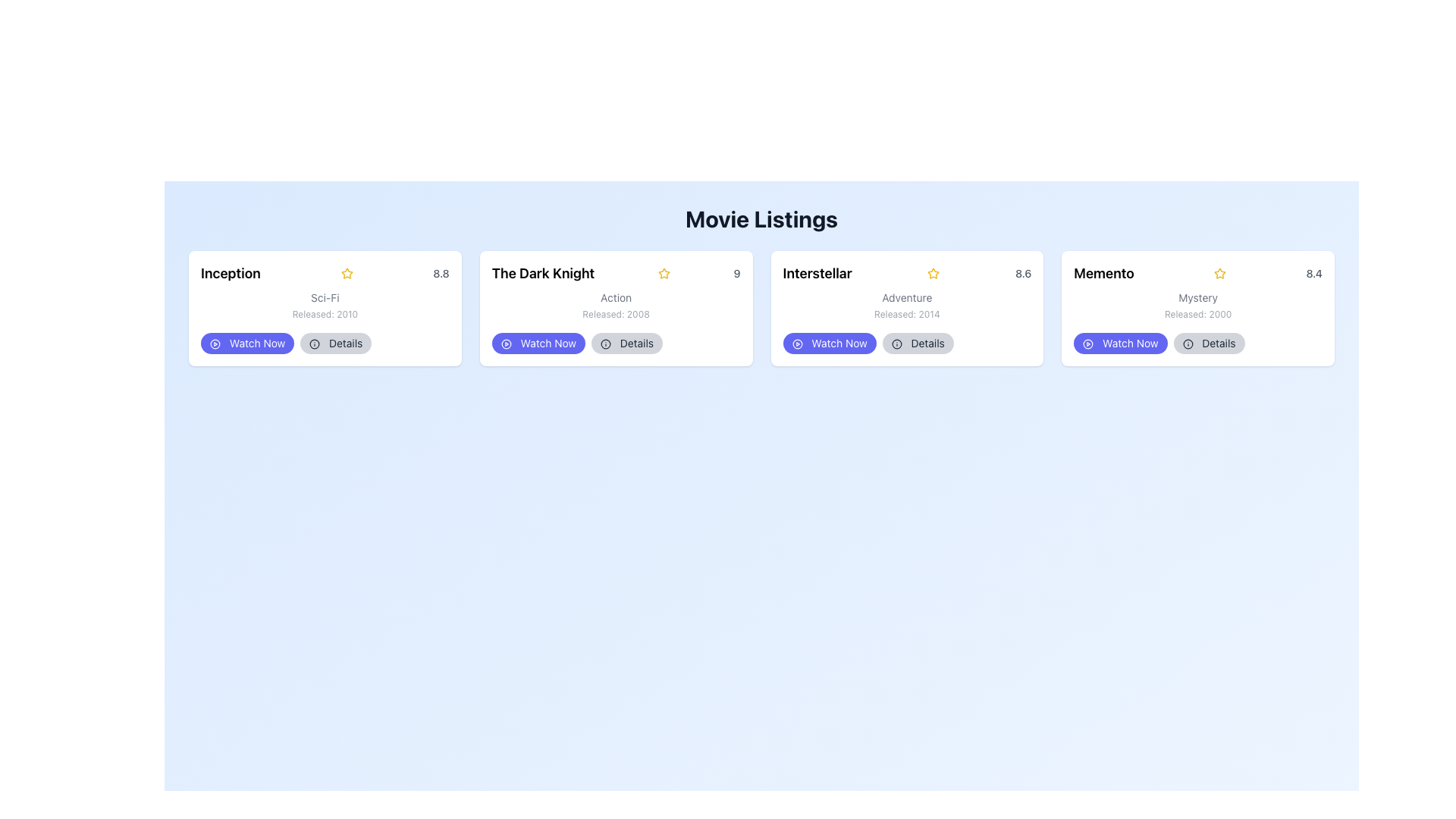 This screenshot has width=1456, height=819. What do you see at coordinates (346, 273) in the screenshot?
I see `the star-shaped yellow icon with a bold outline located in the top-right section of the movie card for 'The Dark Knight', near the movie title and rating value` at bounding box center [346, 273].